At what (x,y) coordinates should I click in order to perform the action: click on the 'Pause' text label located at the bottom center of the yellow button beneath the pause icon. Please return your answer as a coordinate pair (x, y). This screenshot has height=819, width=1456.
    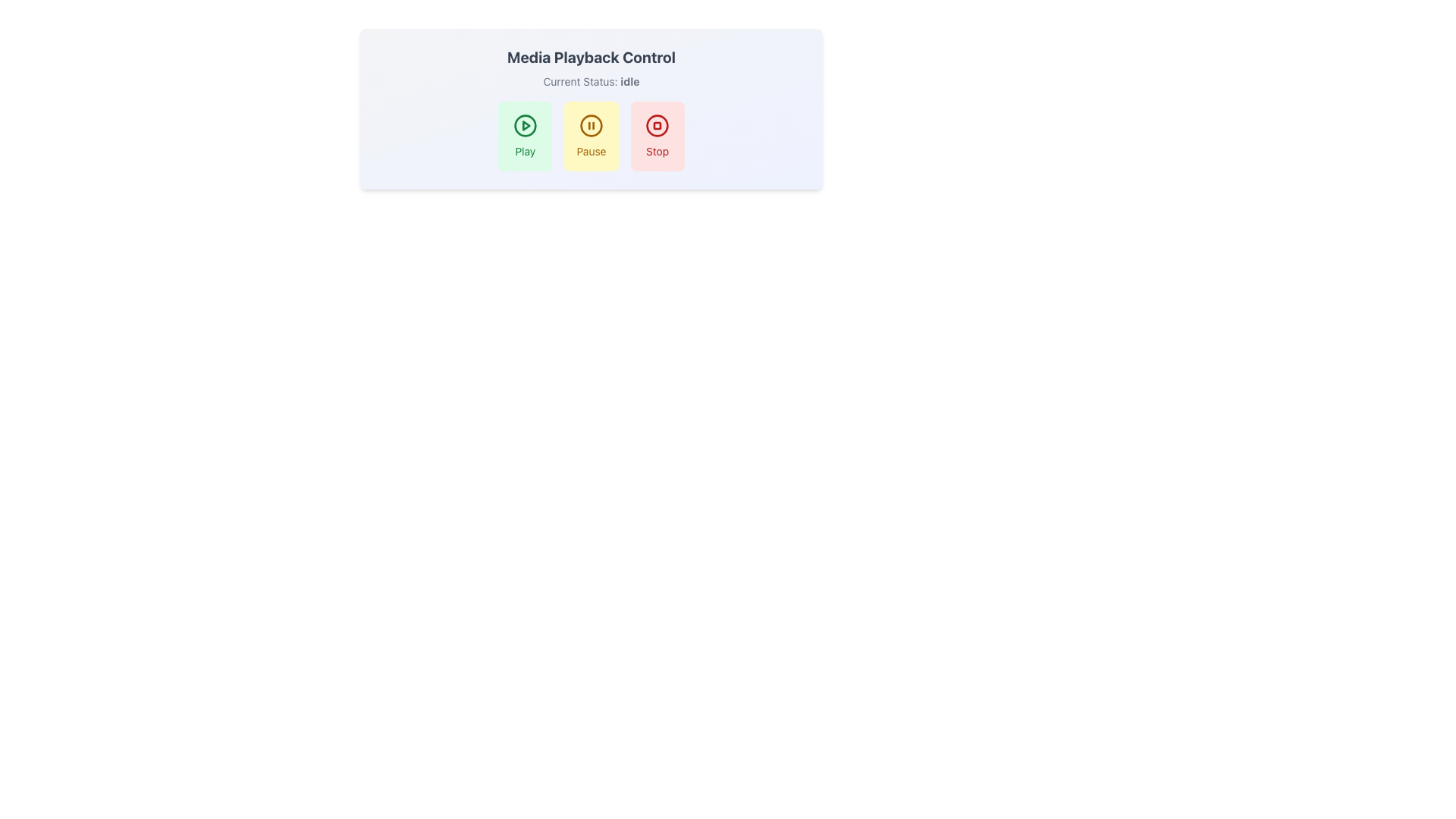
    Looking at the image, I should click on (590, 152).